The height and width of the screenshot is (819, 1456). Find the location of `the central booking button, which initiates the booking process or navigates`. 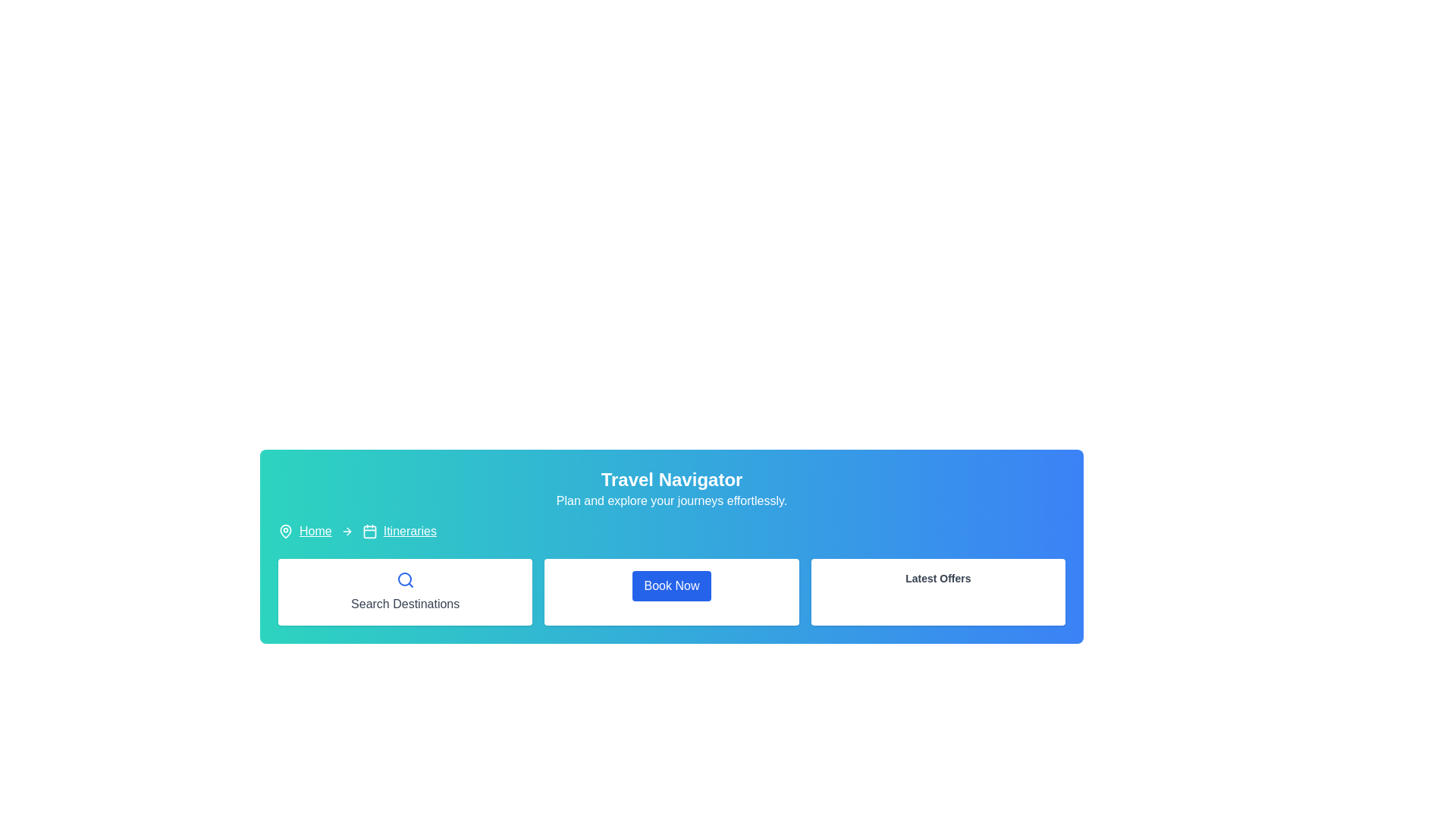

the central booking button, which initiates the booking process or navigates is located at coordinates (671, 591).